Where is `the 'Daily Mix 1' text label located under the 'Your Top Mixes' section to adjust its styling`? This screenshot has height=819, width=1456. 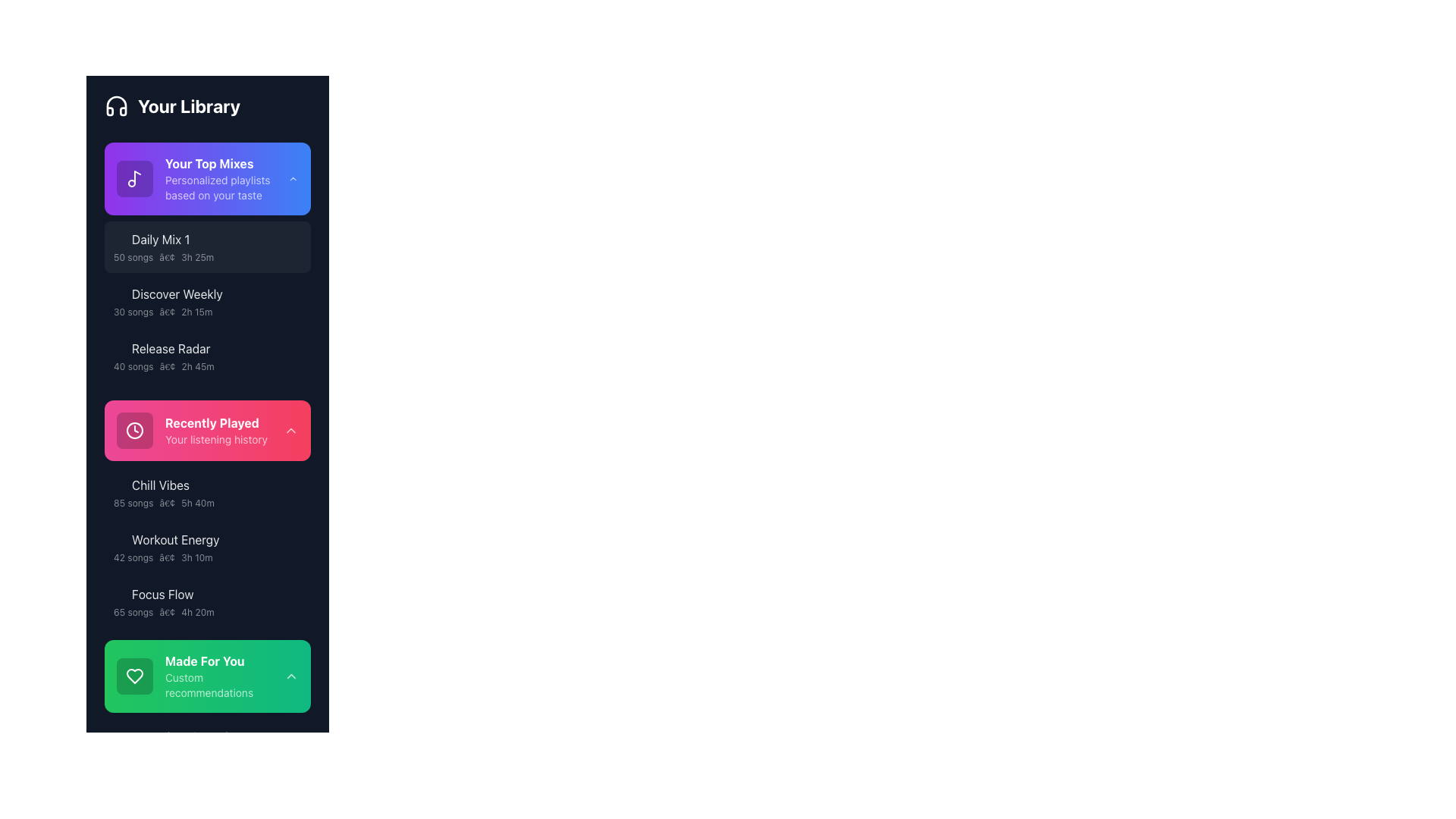
the 'Daily Mix 1' text label located under the 'Your Top Mixes' section to adjust its styling is located at coordinates (161, 239).